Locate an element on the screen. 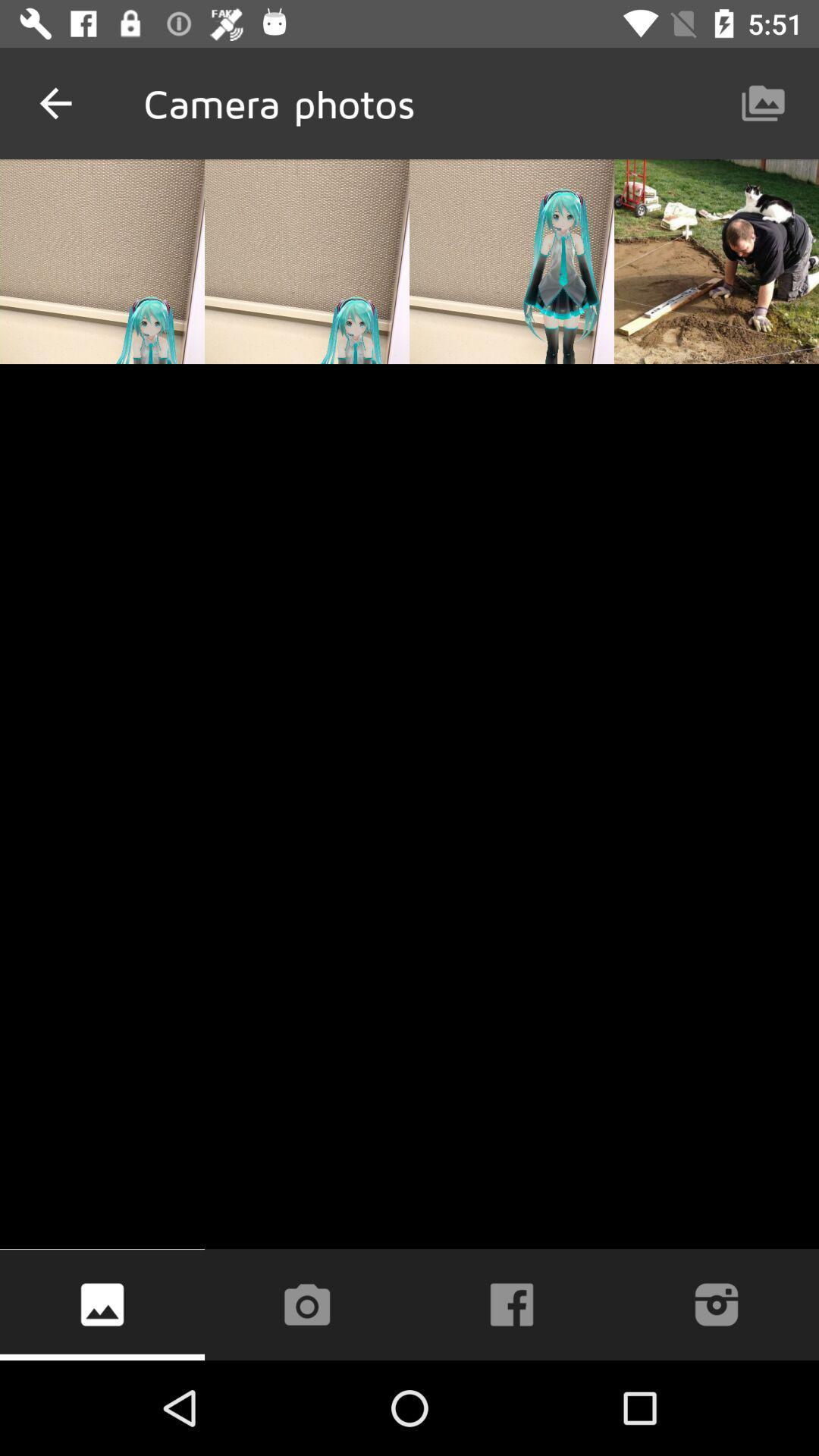  the wallpaper icon is located at coordinates (102, 1304).